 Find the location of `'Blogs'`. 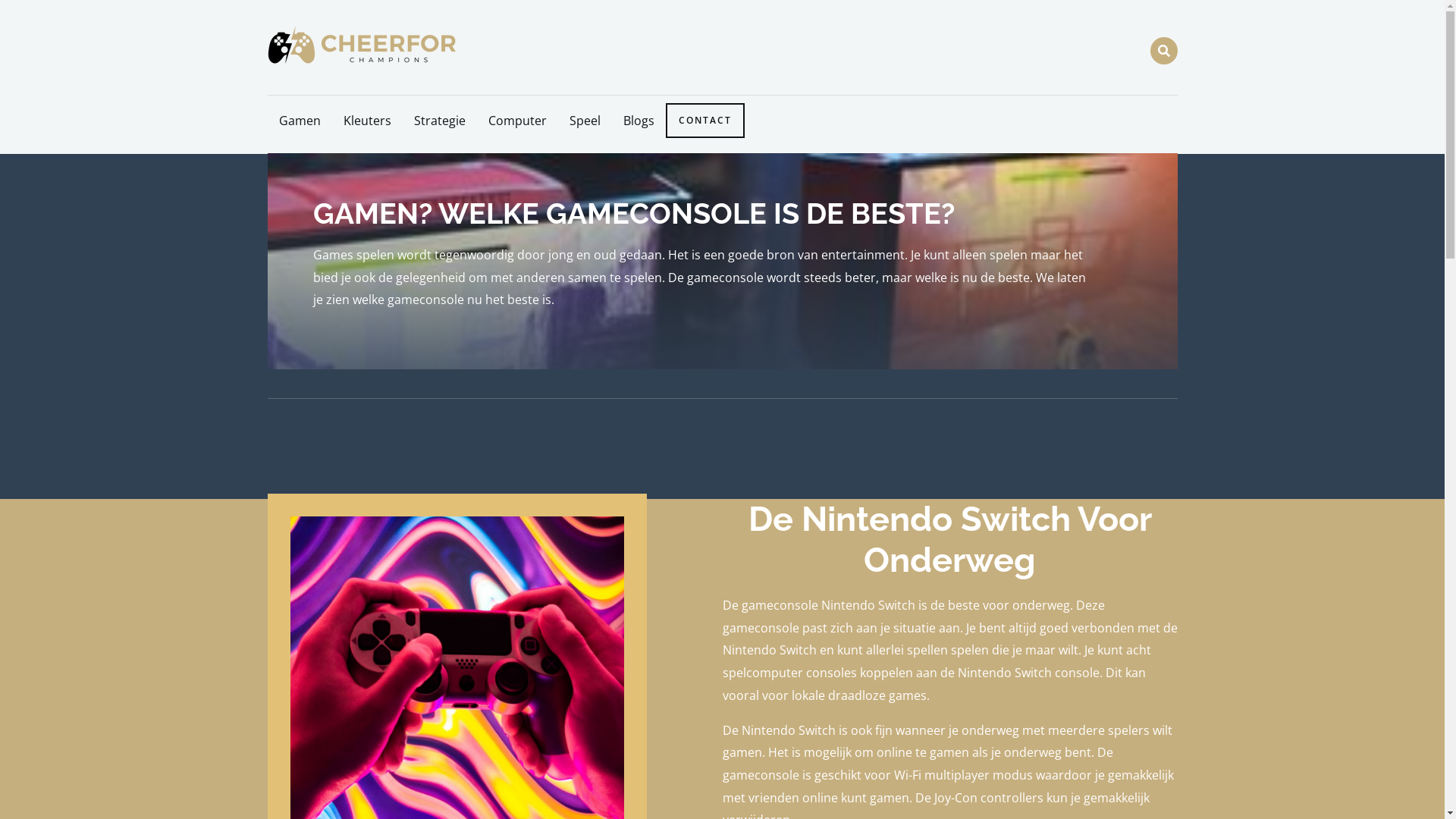

'Blogs' is located at coordinates (638, 119).